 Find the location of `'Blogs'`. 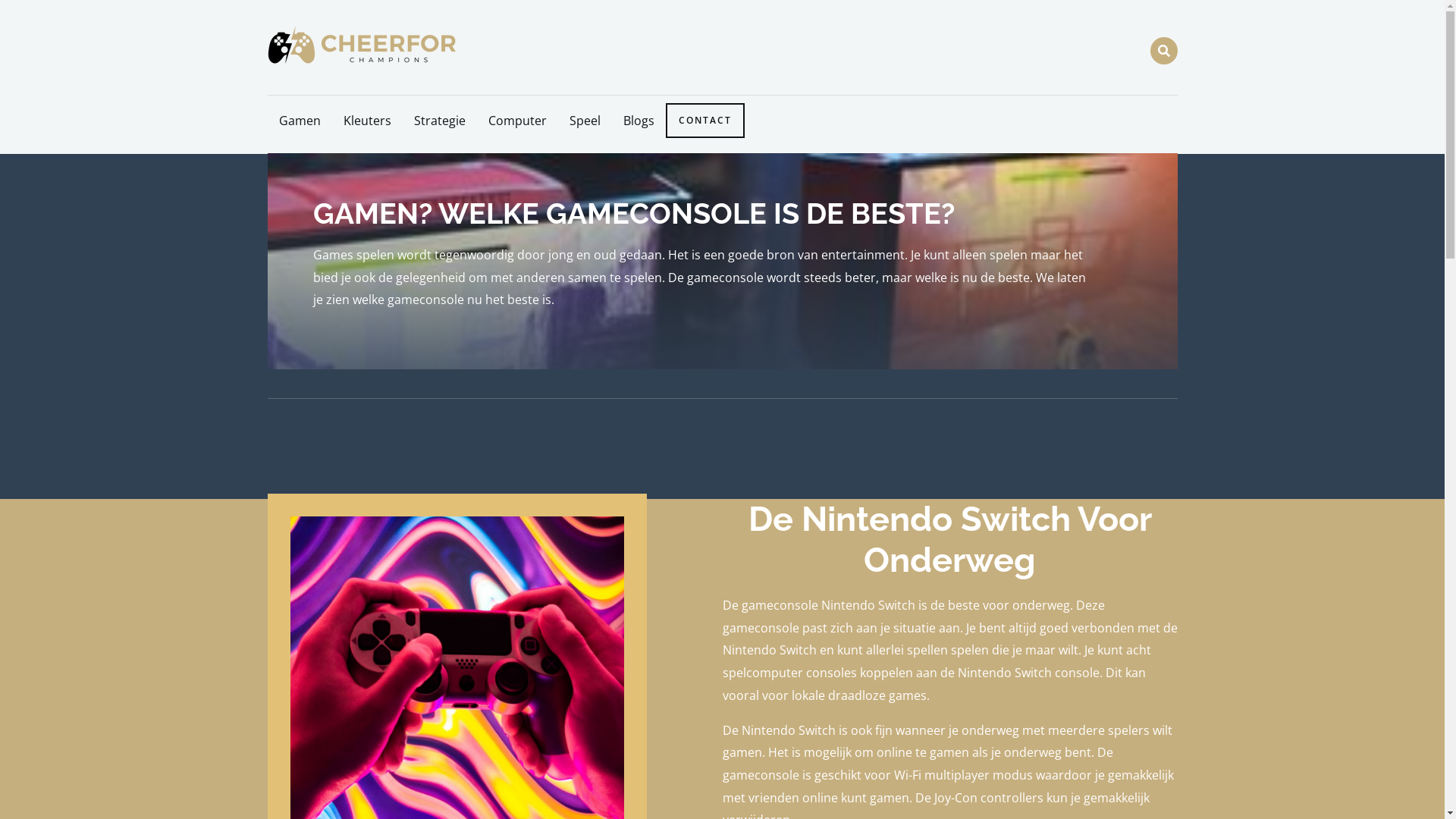

'Blogs' is located at coordinates (638, 119).